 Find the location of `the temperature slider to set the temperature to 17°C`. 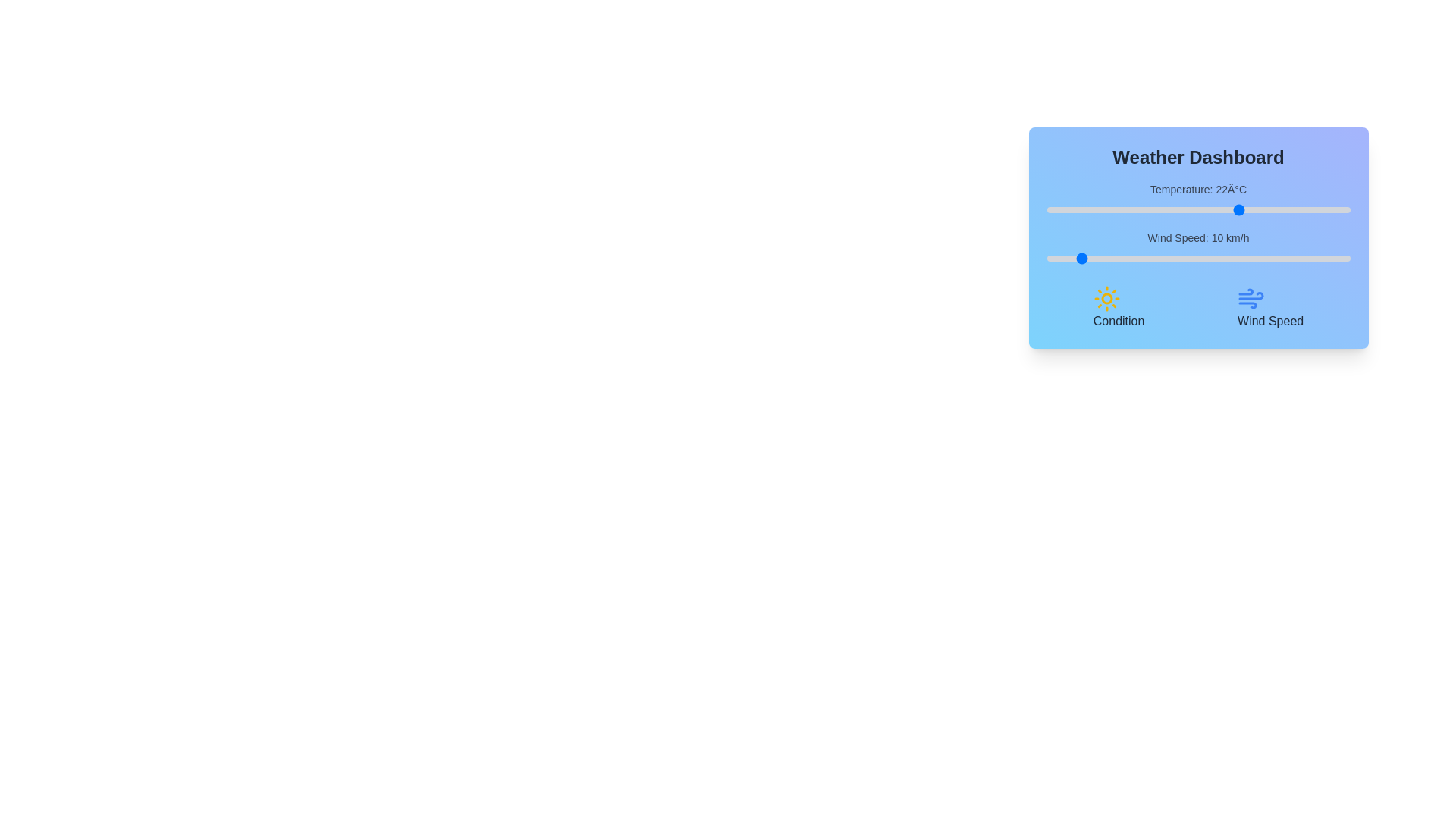

the temperature slider to set the temperature to 17°C is located at coordinates (1210, 210).